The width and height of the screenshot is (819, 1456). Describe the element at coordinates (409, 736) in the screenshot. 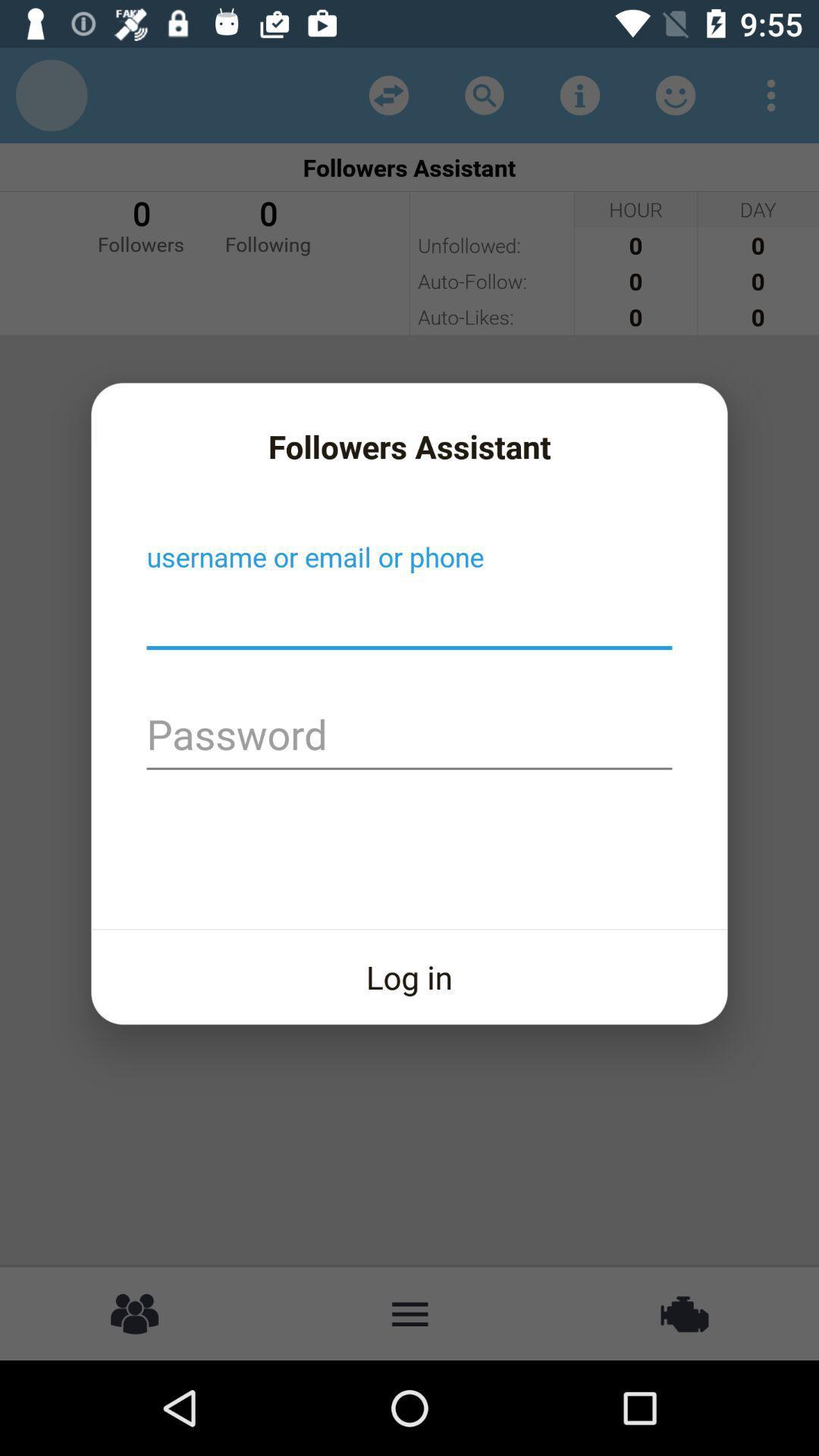

I see `password here` at that location.